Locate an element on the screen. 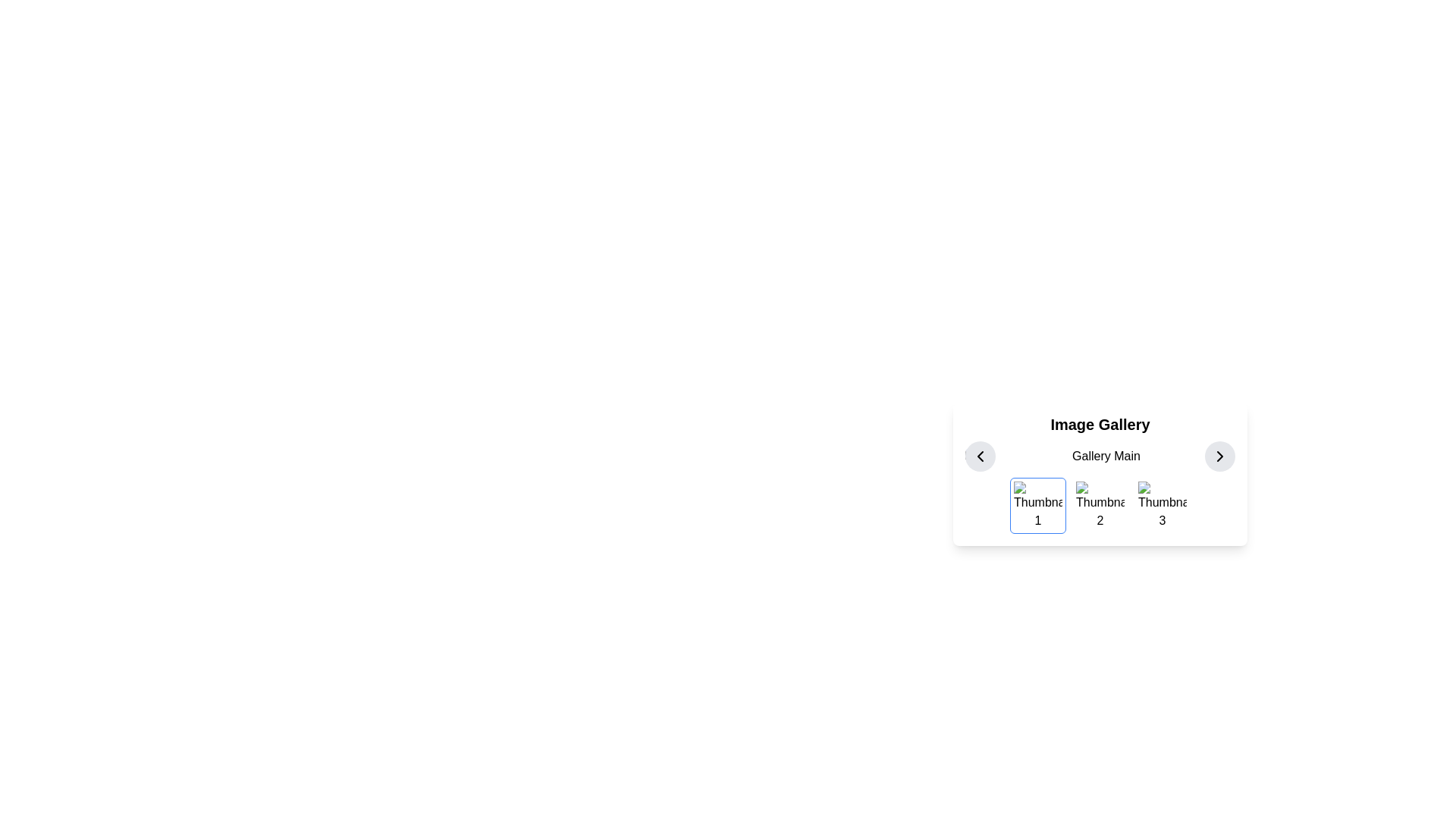  the rightmost thumbnail image marked 'Thumbnail 3' is located at coordinates (1161, 506).